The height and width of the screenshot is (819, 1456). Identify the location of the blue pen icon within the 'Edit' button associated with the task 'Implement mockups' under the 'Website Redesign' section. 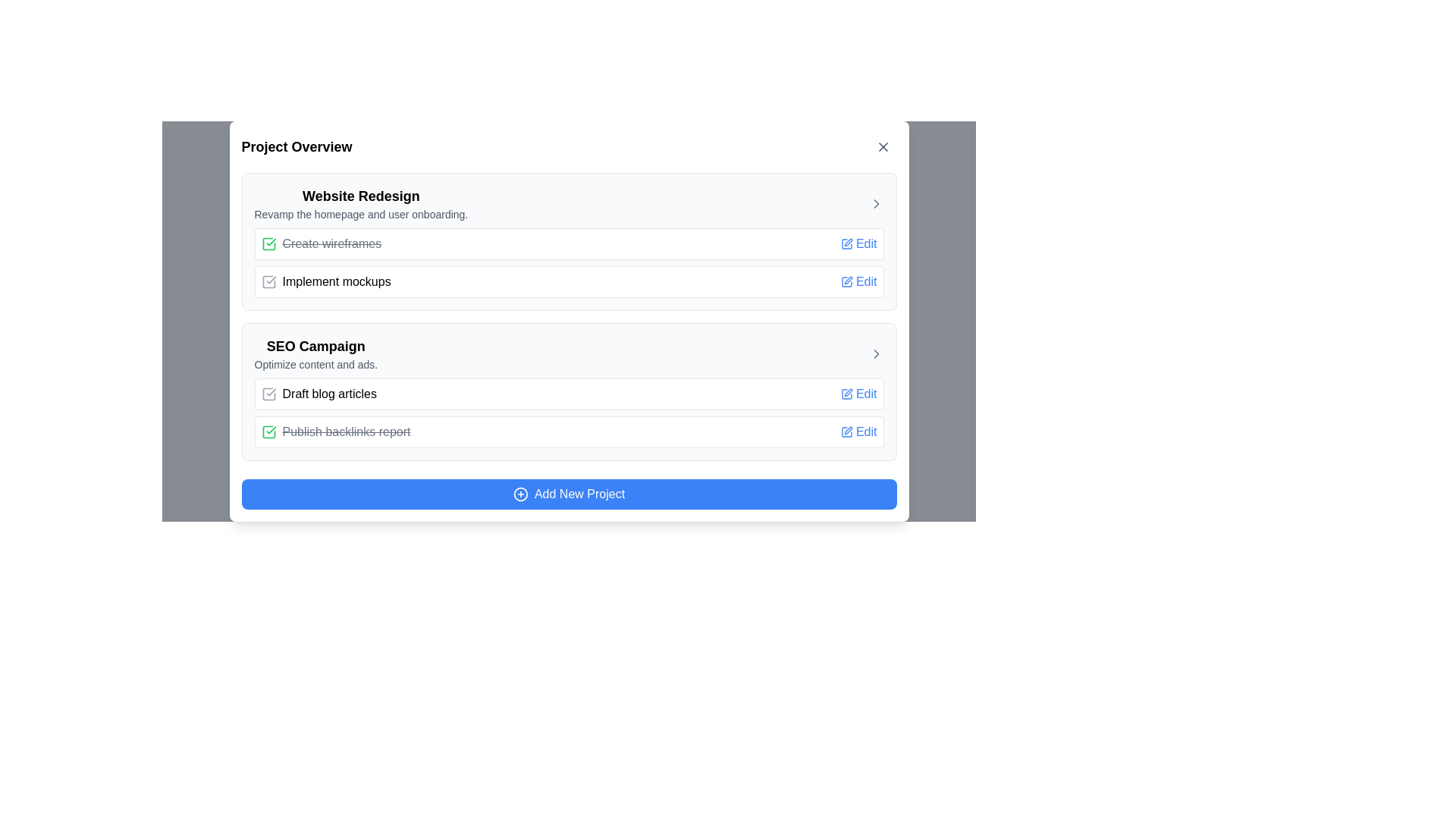
(846, 281).